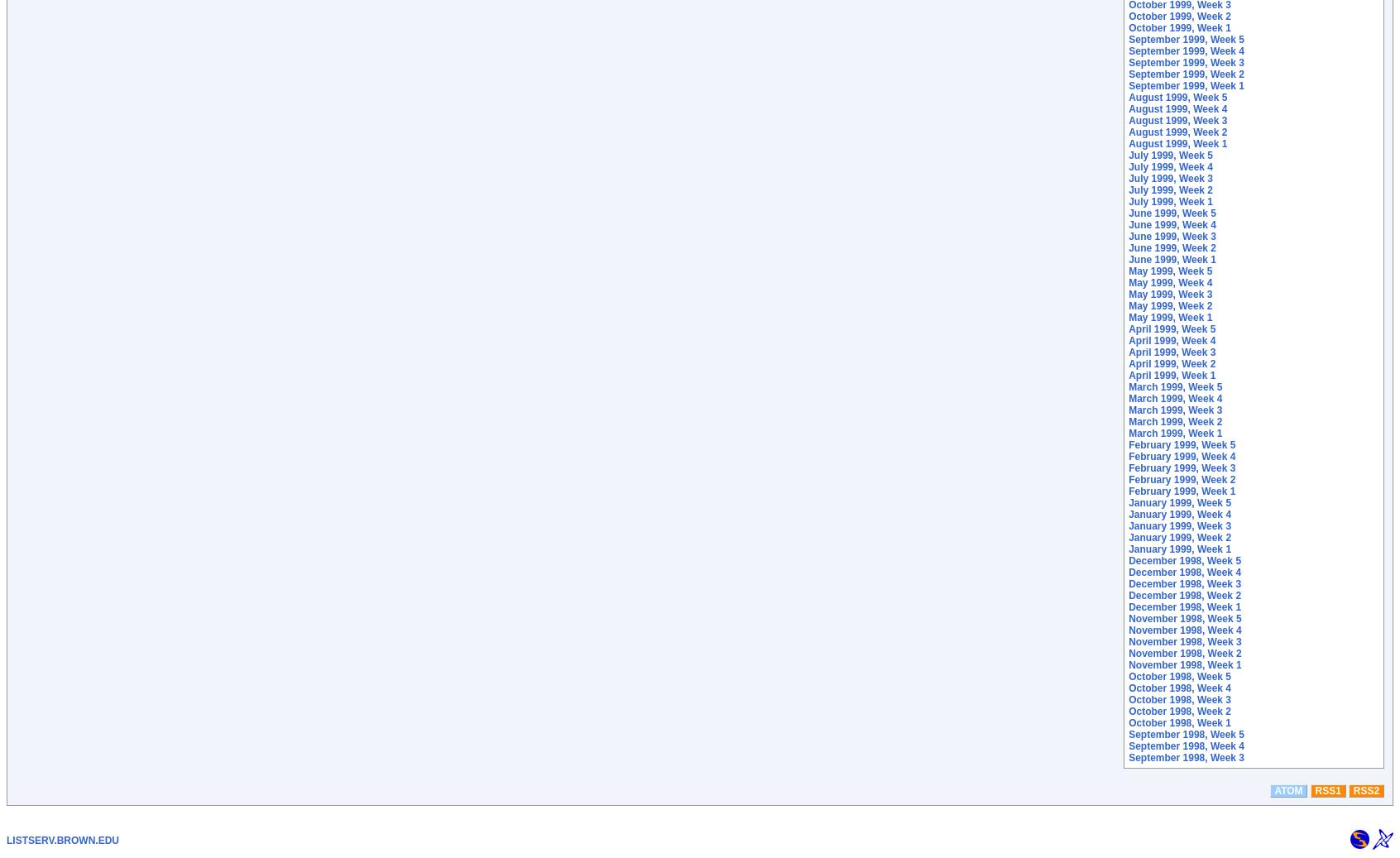 The image size is (1400, 858). Describe the element at coordinates (1179, 514) in the screenshot. I see `'January 1999, Week 4'` at that location.